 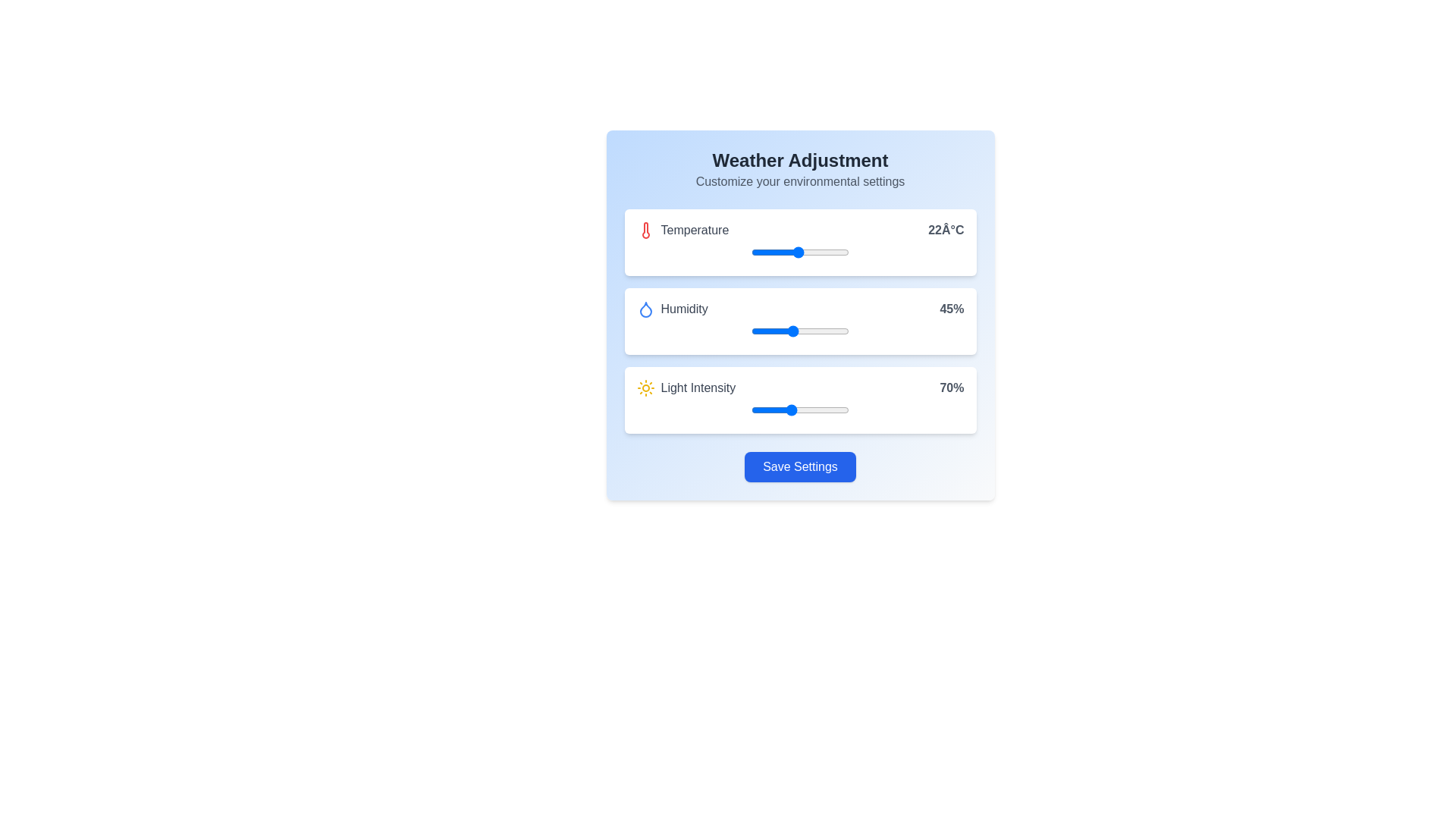 What do you see at coordinates (815, 330) in the screenshot?
I see `the humidity level` at bounding box center [815, 330].